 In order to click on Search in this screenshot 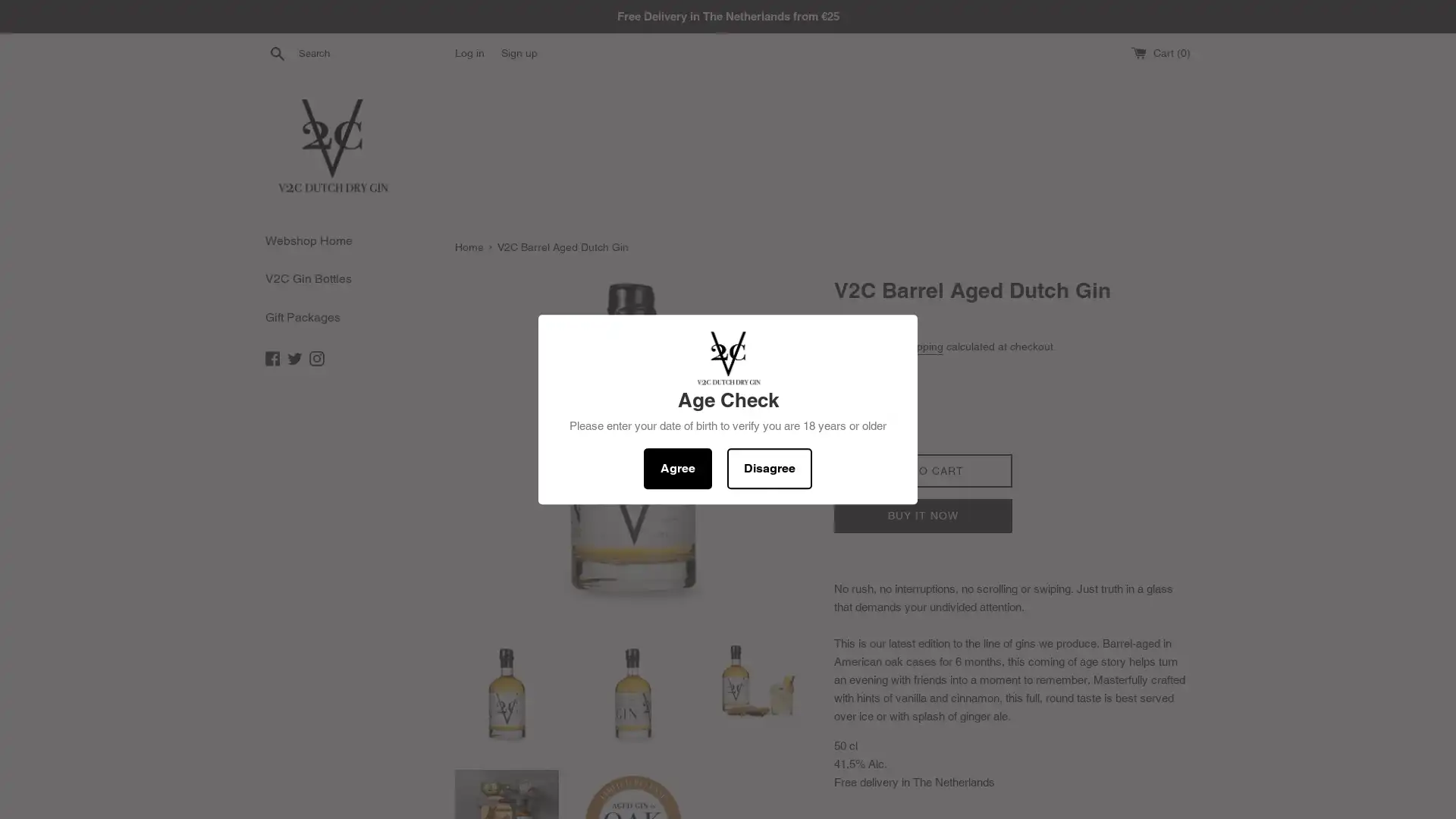, I will do `click(277, 52)`.